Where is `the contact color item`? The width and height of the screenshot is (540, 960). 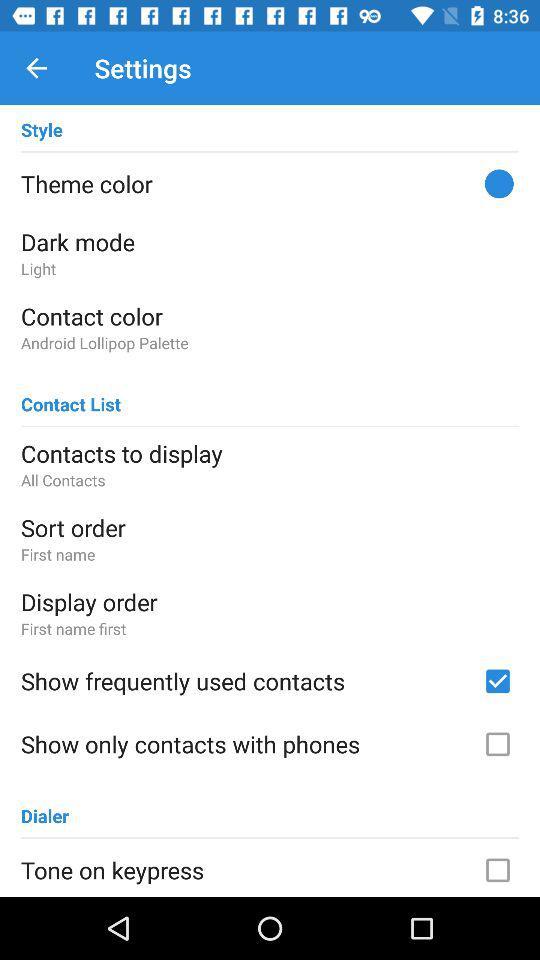 the contact color item is located at coordinates (270, 316).